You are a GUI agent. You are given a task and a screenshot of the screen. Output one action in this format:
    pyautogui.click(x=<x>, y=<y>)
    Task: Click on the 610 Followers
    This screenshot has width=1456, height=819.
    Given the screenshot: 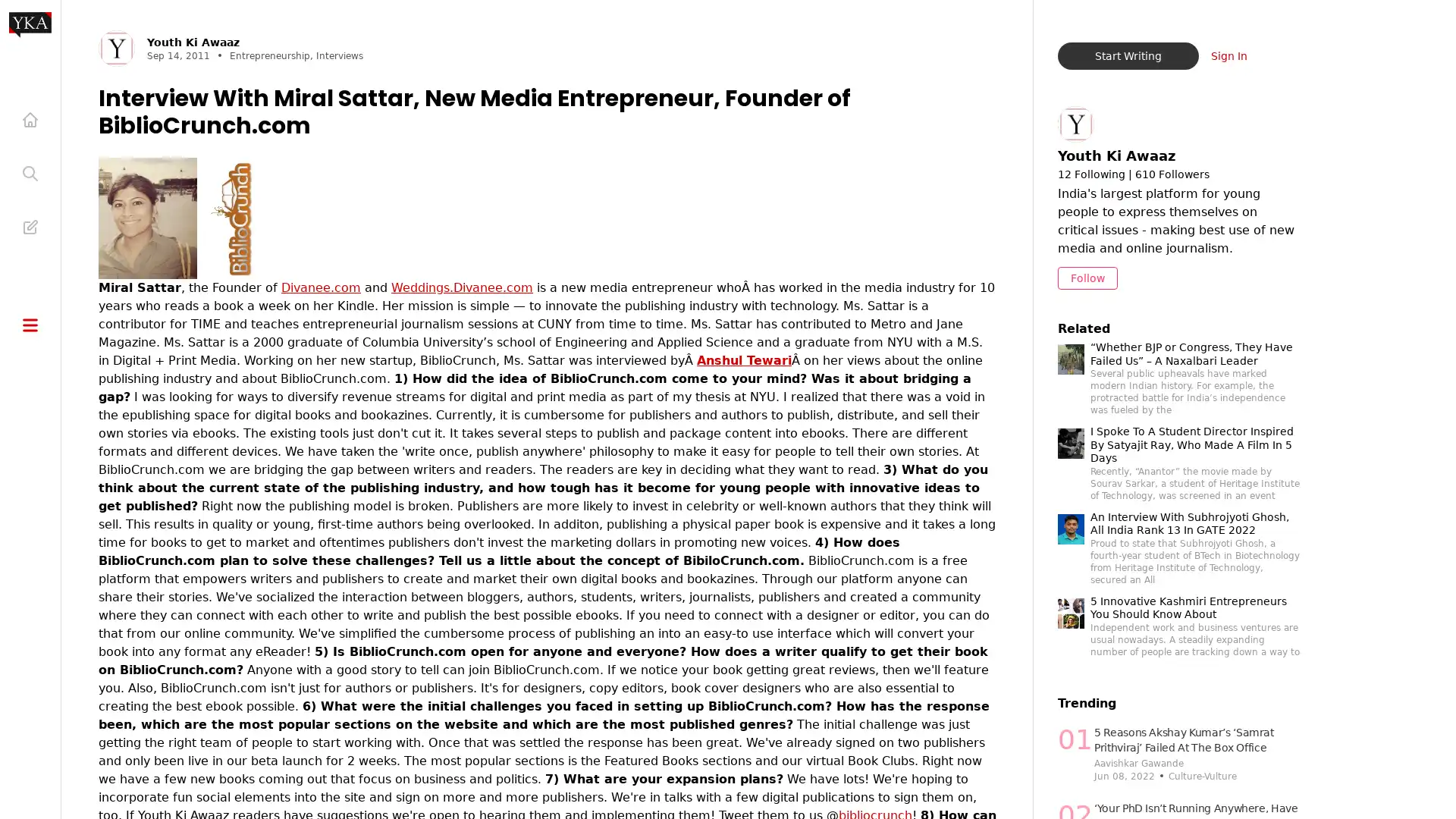 What is the action you would take?
    pyautogui.click(x=1171, y=174)
    